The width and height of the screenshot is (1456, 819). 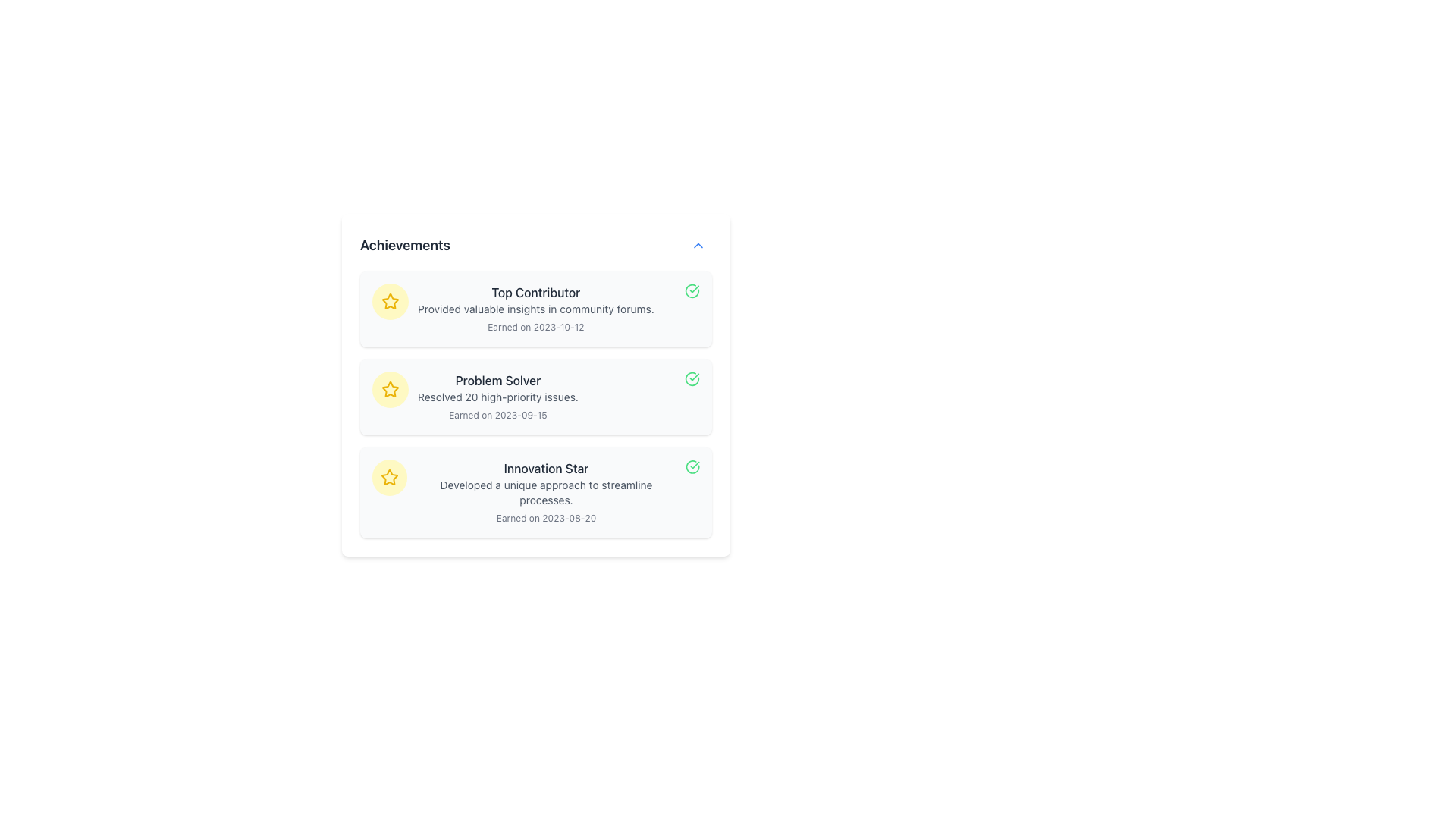 I want to click on the 'Problem Solver' achievement list item, which is the second entry in the achievements list, to potentially access adjacent elements like 'Top Contributor' and 'Innovation Star', so click(x=535, y=403).